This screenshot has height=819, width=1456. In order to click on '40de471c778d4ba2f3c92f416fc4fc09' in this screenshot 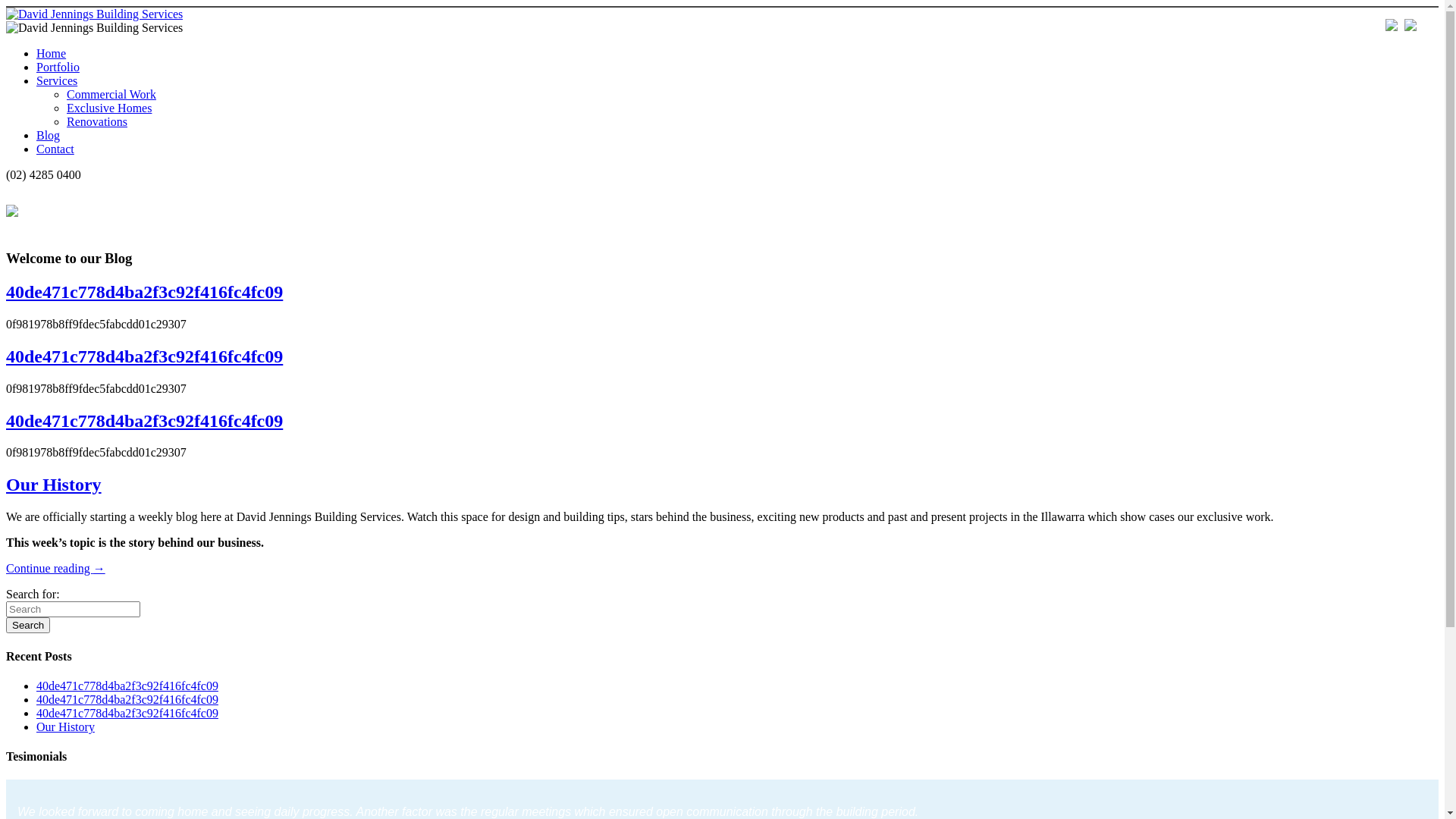, I will do `click(36, 713)`.